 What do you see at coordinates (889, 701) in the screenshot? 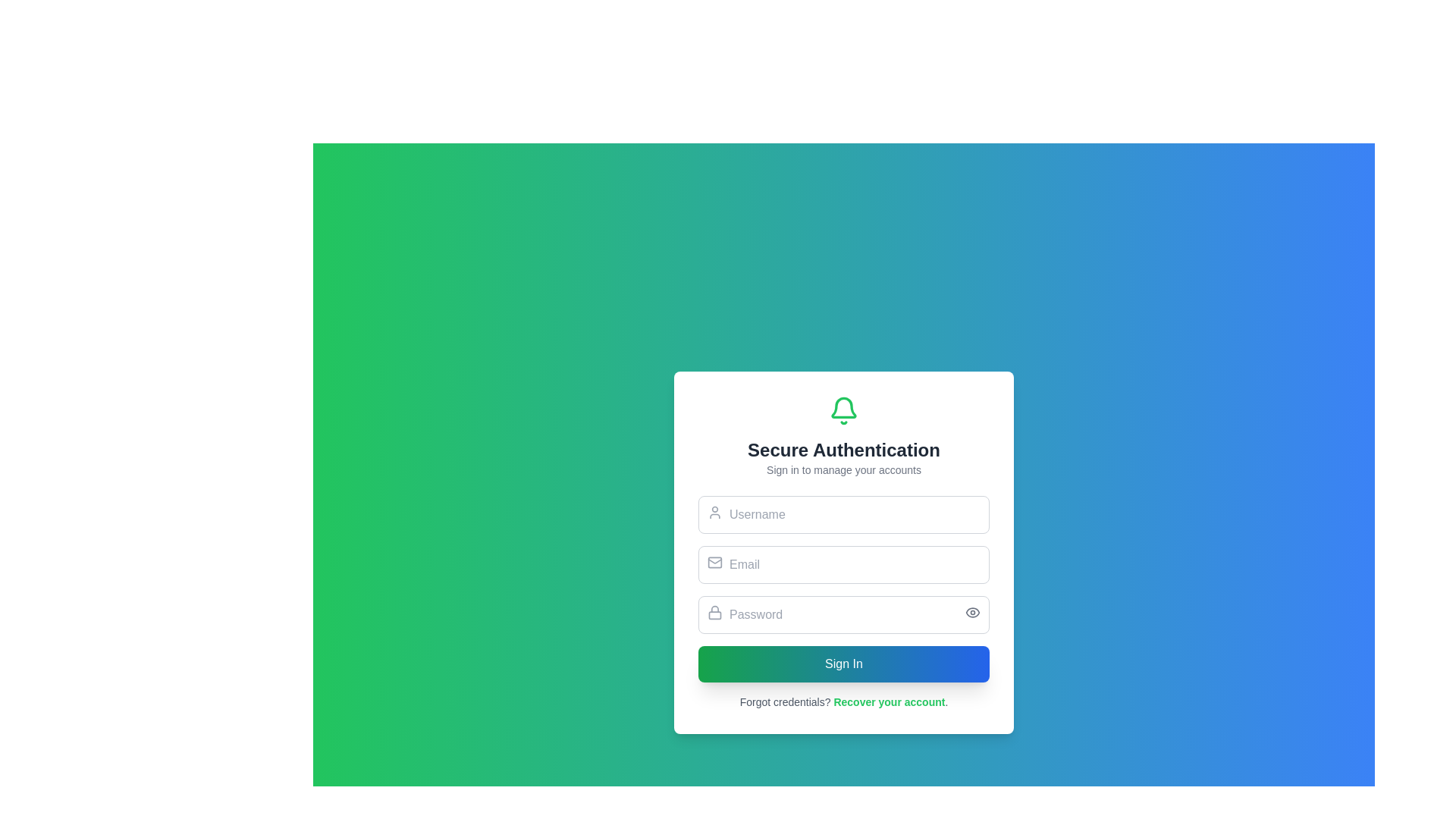
I see `the hyperlink that says 'Recover your account' located at the bottom of the login card` at bounding box center [889, 701].